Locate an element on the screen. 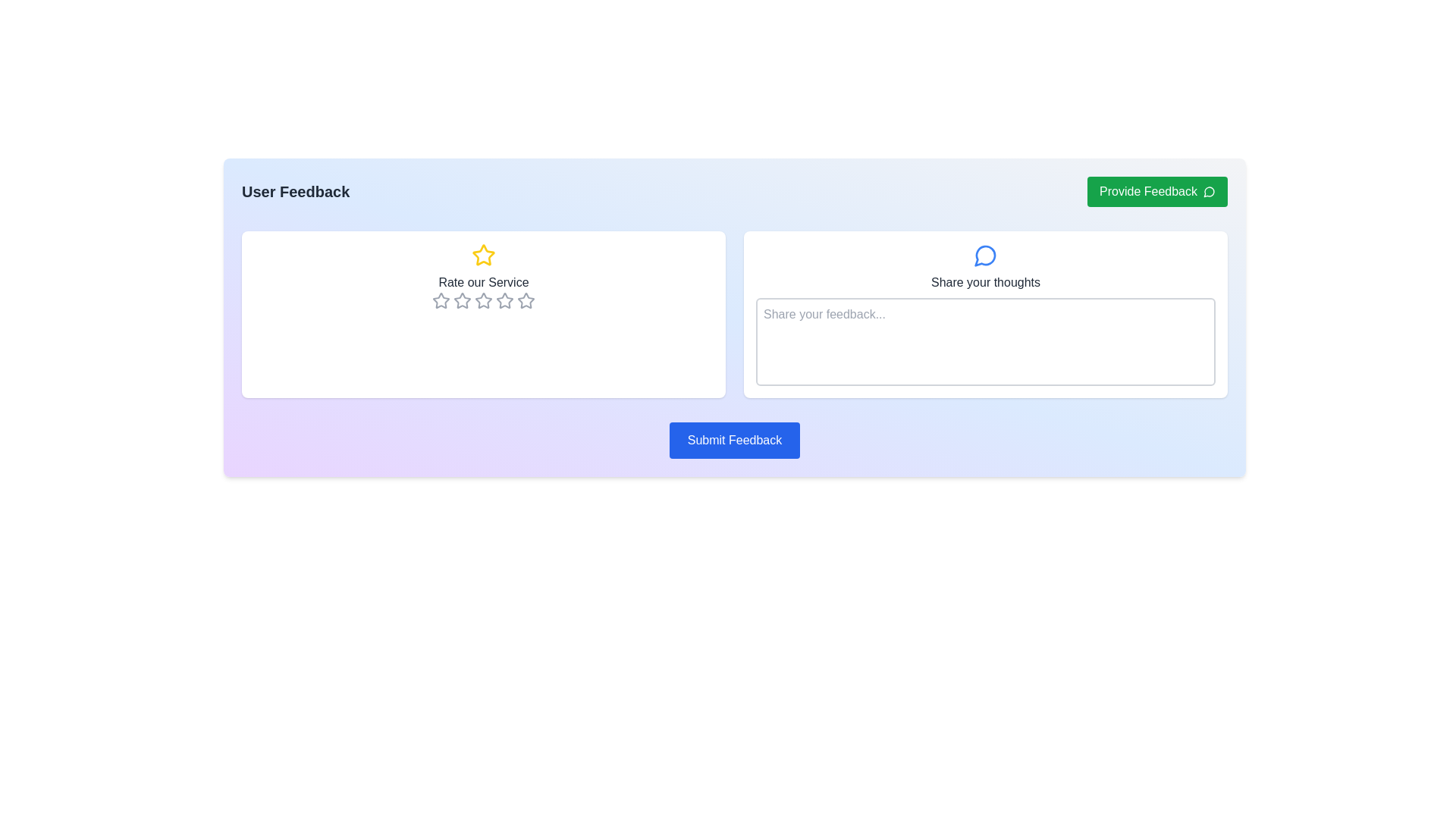  the 'Rate our Service' static text label, which is styled in medium-weight, sans-serif font and located centrally within the left section of the interface, beneath a yellow star icon and above a row of gray stars for rating is located at coordinates (483, 283).